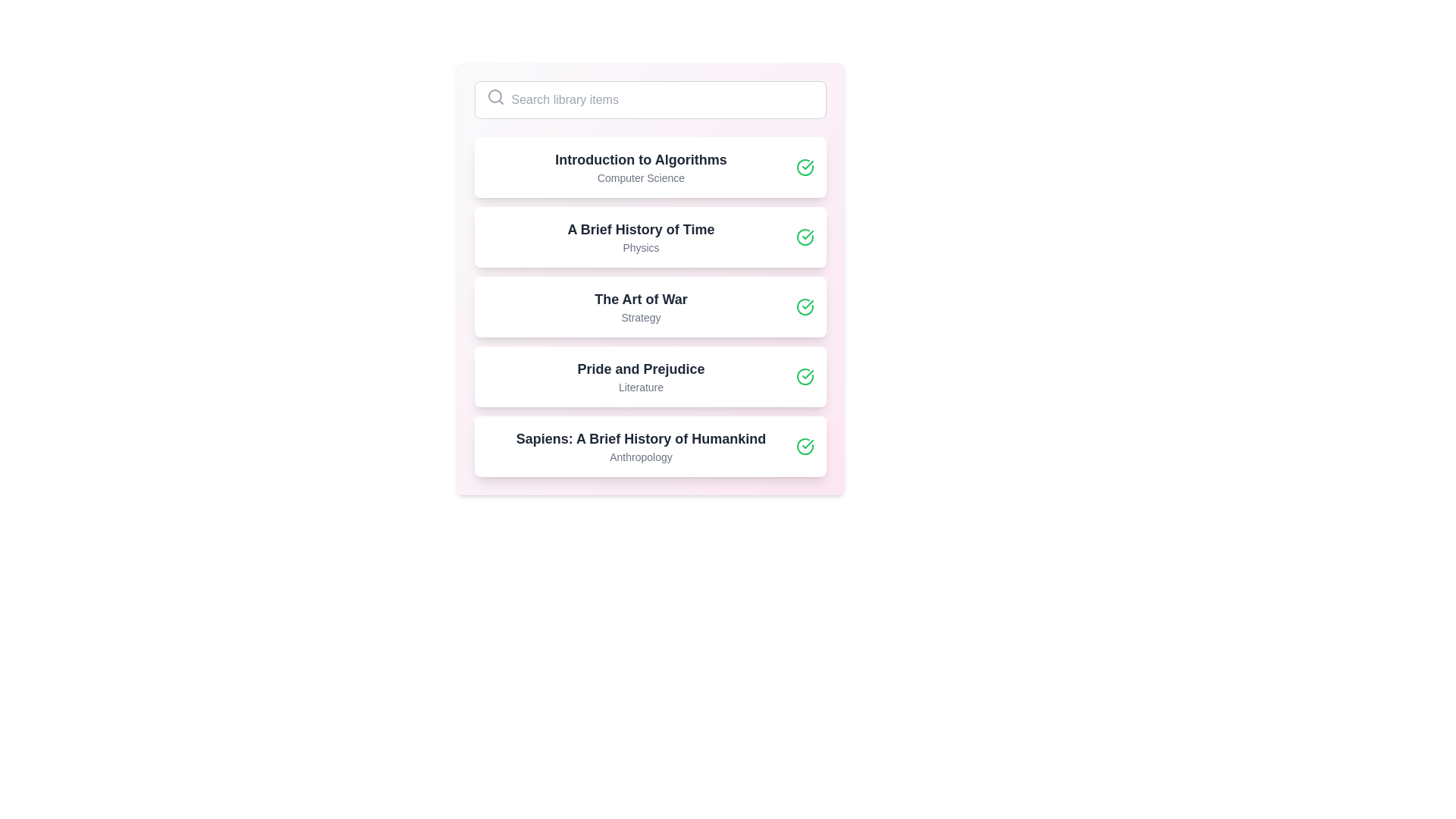 The width and height of the screenshot is (1456, 819). Describe the element at coordinates (650, 237) in the screenshot. I see `displayed text on the information card for the book titled 'A Brief History of Time' in the library item section` at that location.